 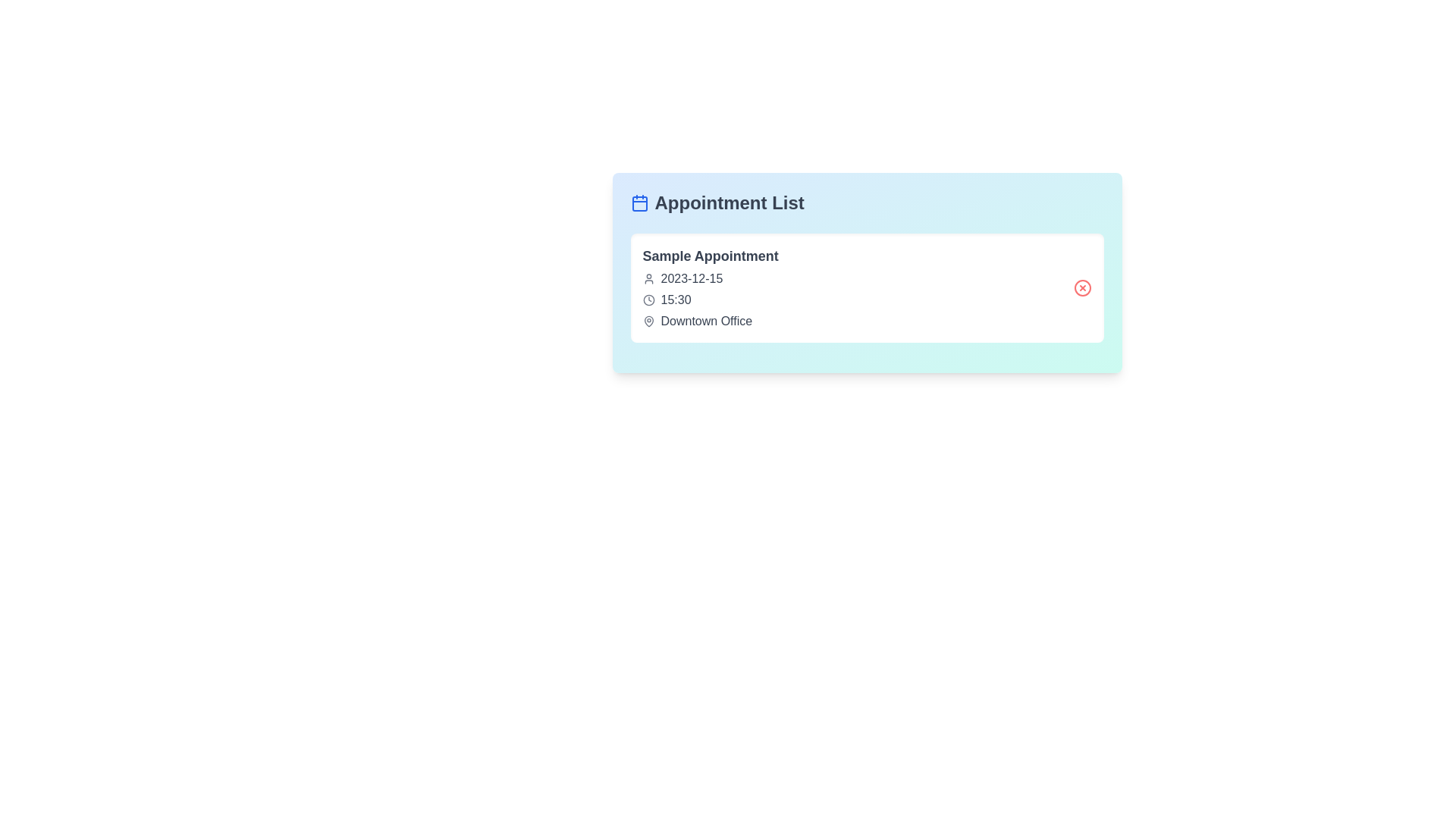 I want to click on date information displayed in the text element indicating the appointment date '2023-12-15', which is positioned below the title 'Sample Appointment', so click(x=710, y=278).